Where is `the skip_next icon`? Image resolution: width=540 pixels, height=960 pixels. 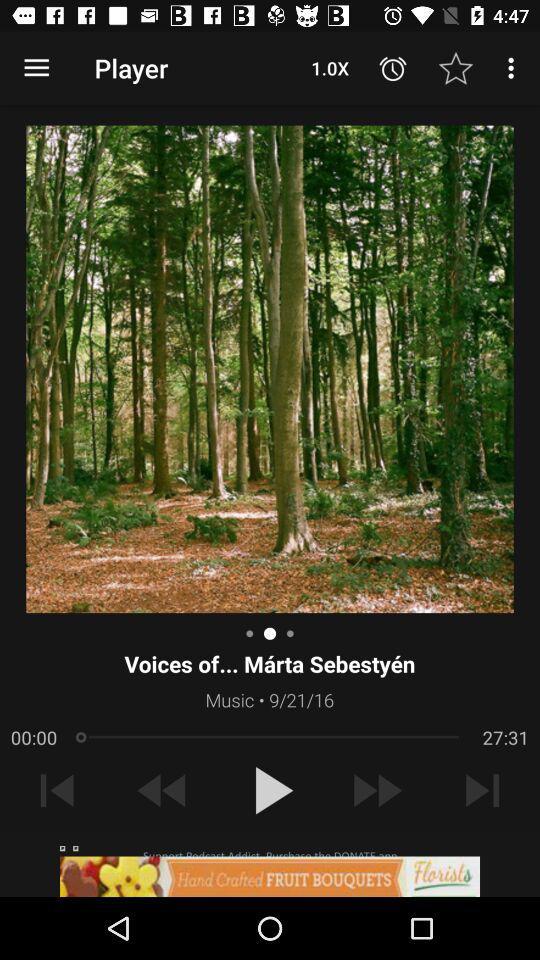 the skip_next icon is located at coordinates (481, 790).